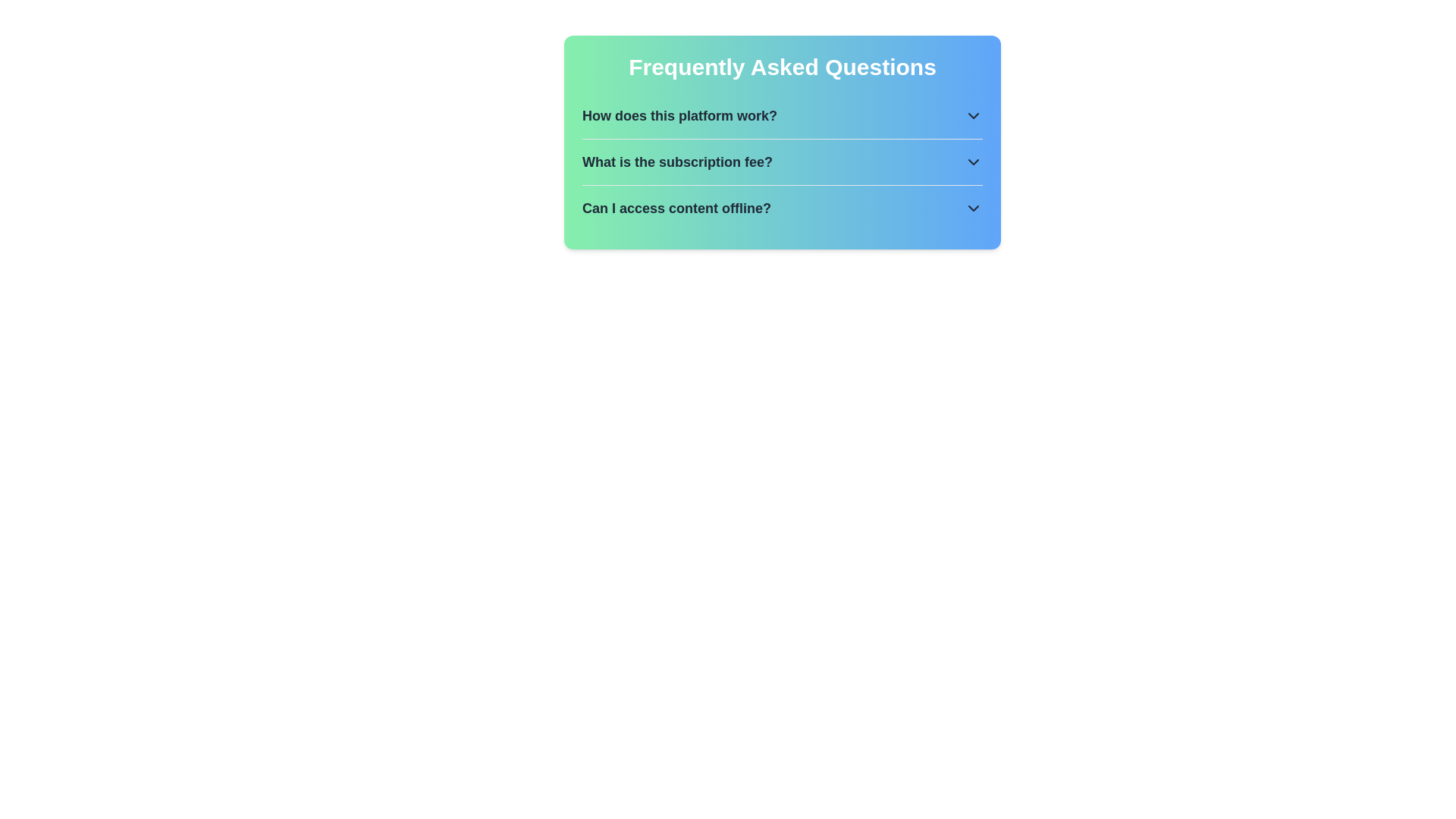 The width and height of the screenshot is (1456, 819). Describe the element at coordinates (973, 162) in the screenshot. I see `the downward-pointing chevron icon located to the right of the text 'What is the subscription fee?'` at that location.